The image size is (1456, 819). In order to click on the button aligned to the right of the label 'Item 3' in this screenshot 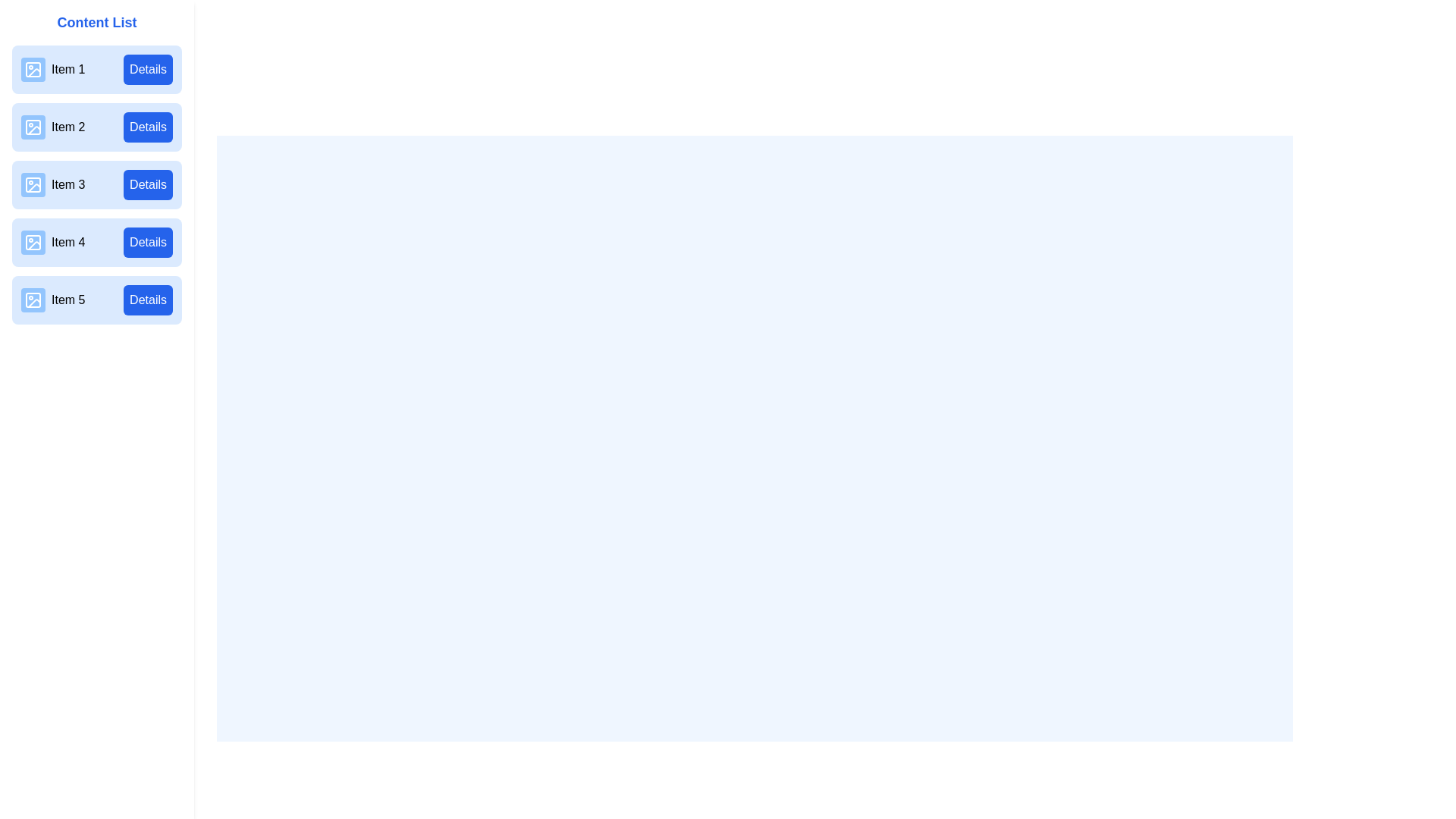, I will do `click(148, 184)`.